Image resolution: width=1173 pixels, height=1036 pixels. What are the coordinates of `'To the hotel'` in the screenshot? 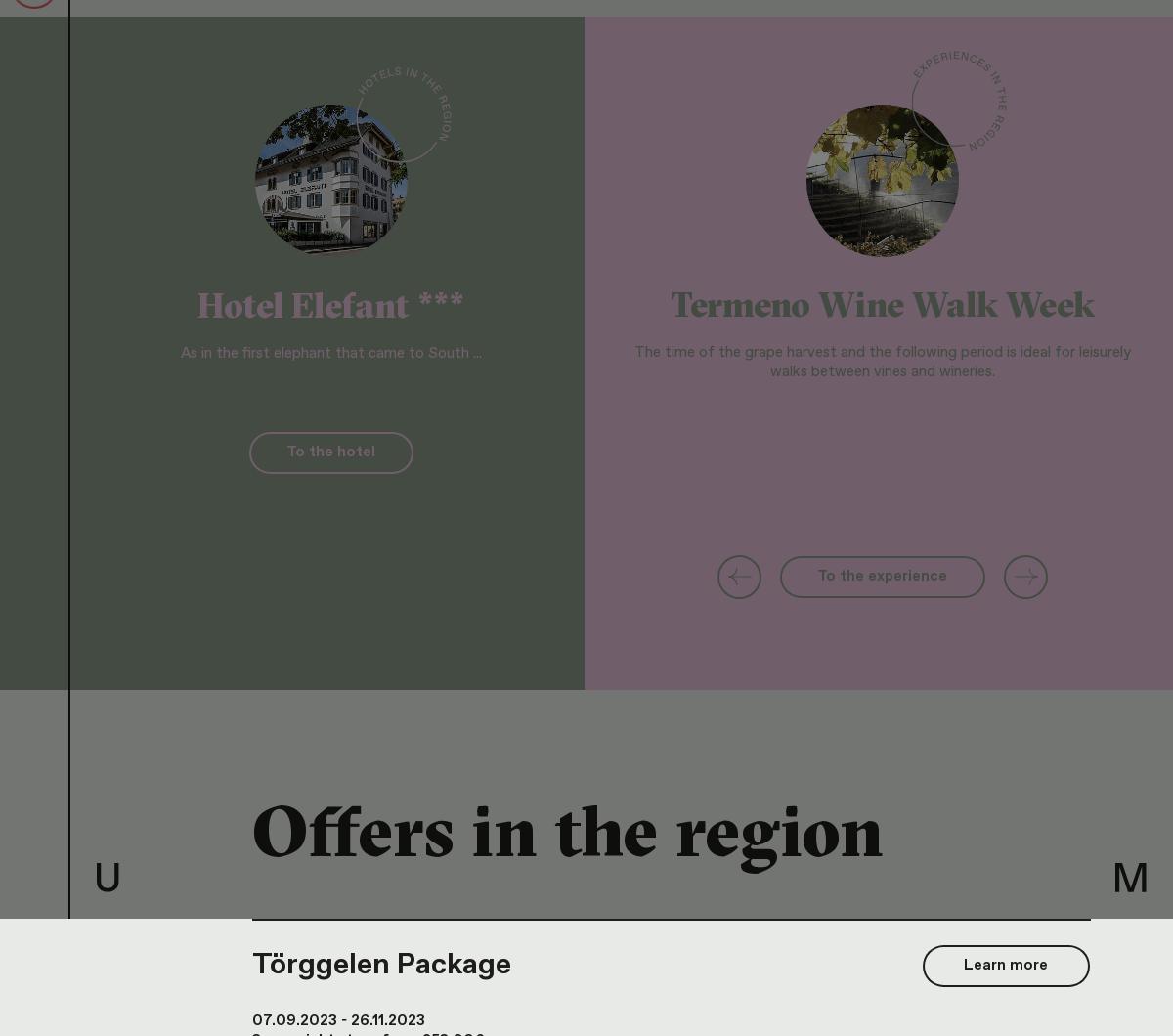 It's located at (330, 452).